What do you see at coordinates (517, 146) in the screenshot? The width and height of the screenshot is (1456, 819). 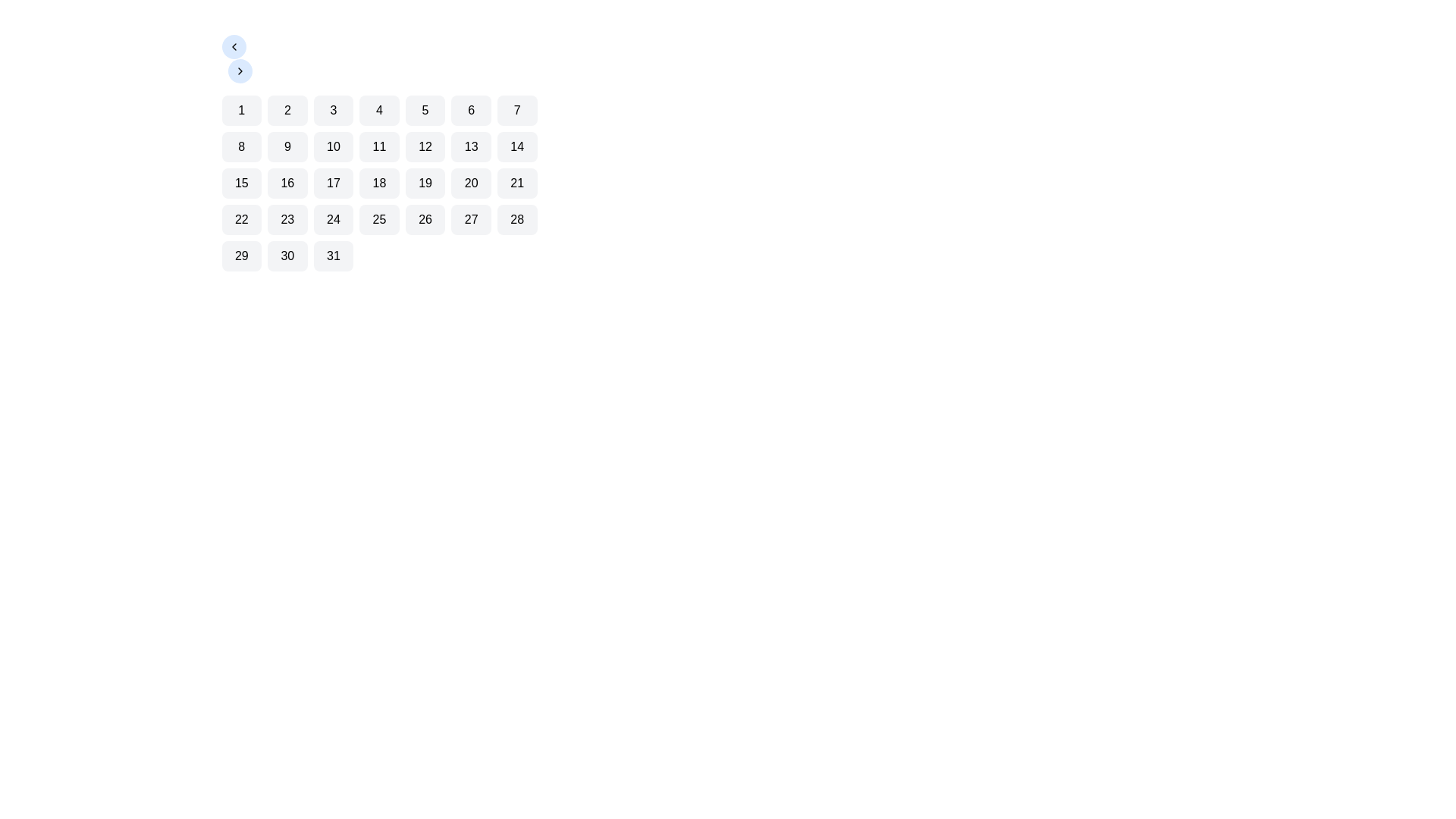 I see `the grid cell displaying the number '14', which is a small, rounded rectangle in the second row and seventh column of the grid layout` at bounding box center [517, 146].